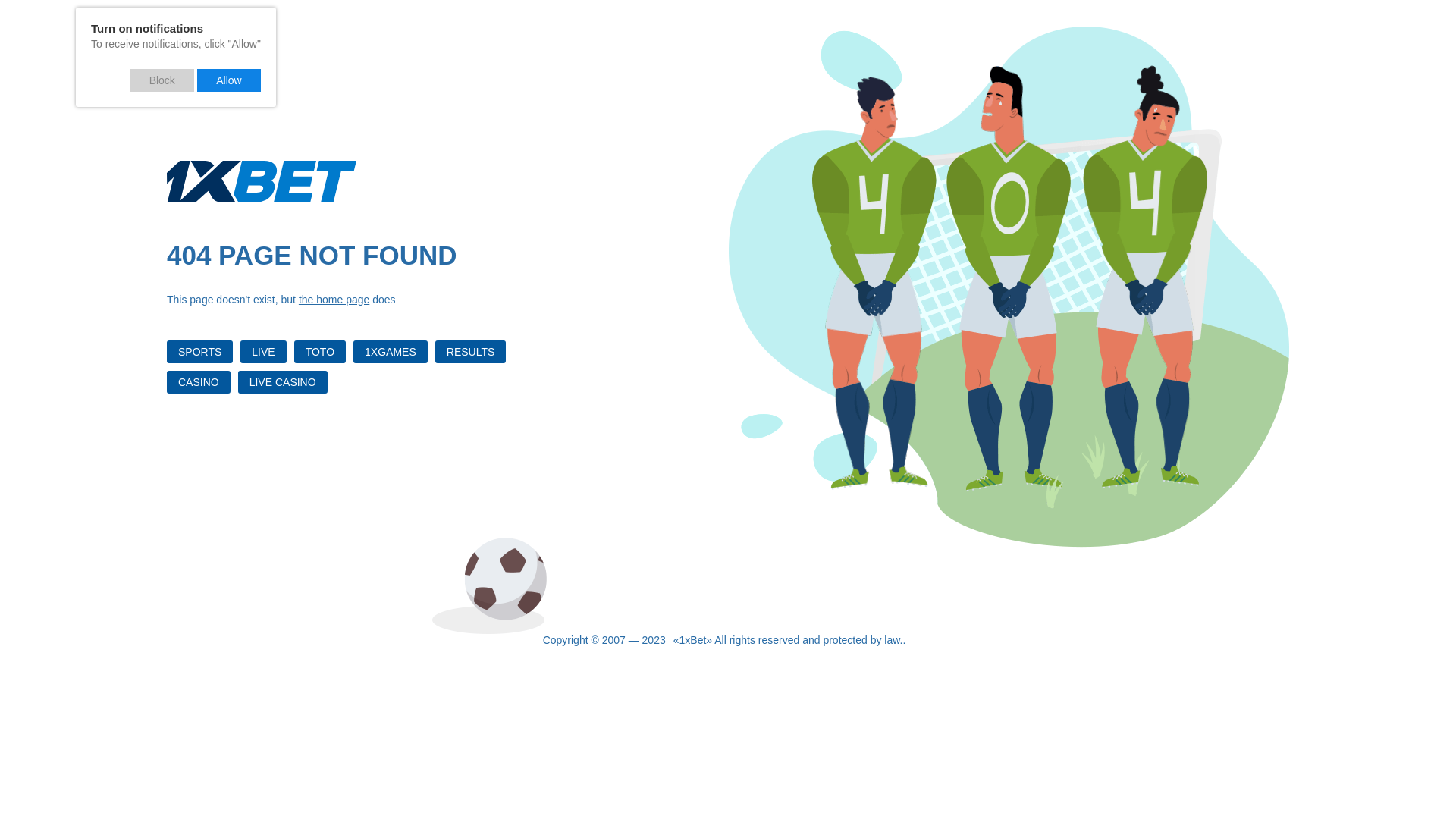 This screenshot has height=819, width=1456. I want to click on 'SPORTS', so click(167, 351).